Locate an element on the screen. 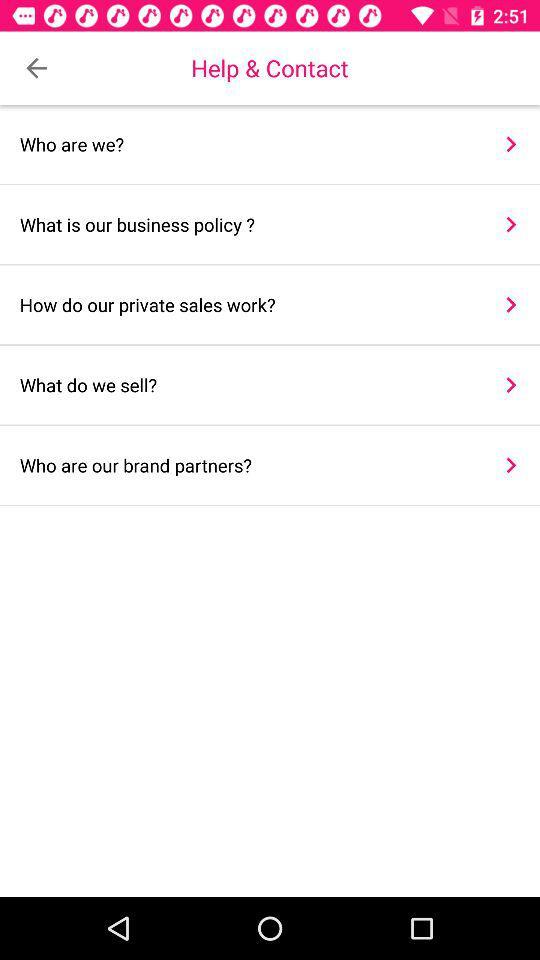  icon next to help & contact item is located at coordinates (36, 68).